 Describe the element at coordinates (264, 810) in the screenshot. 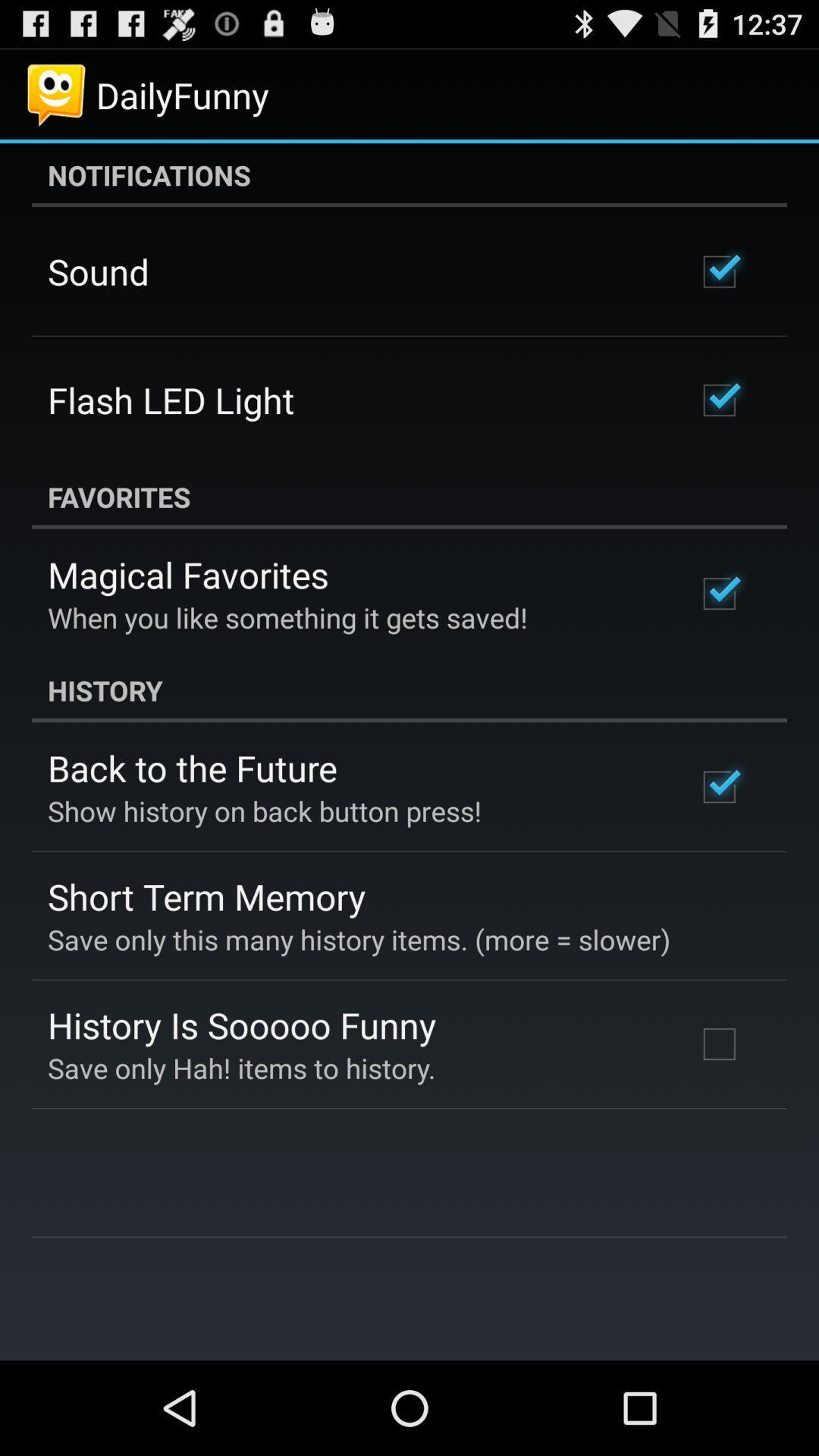

I see `the icon below the back to the item` at that location.